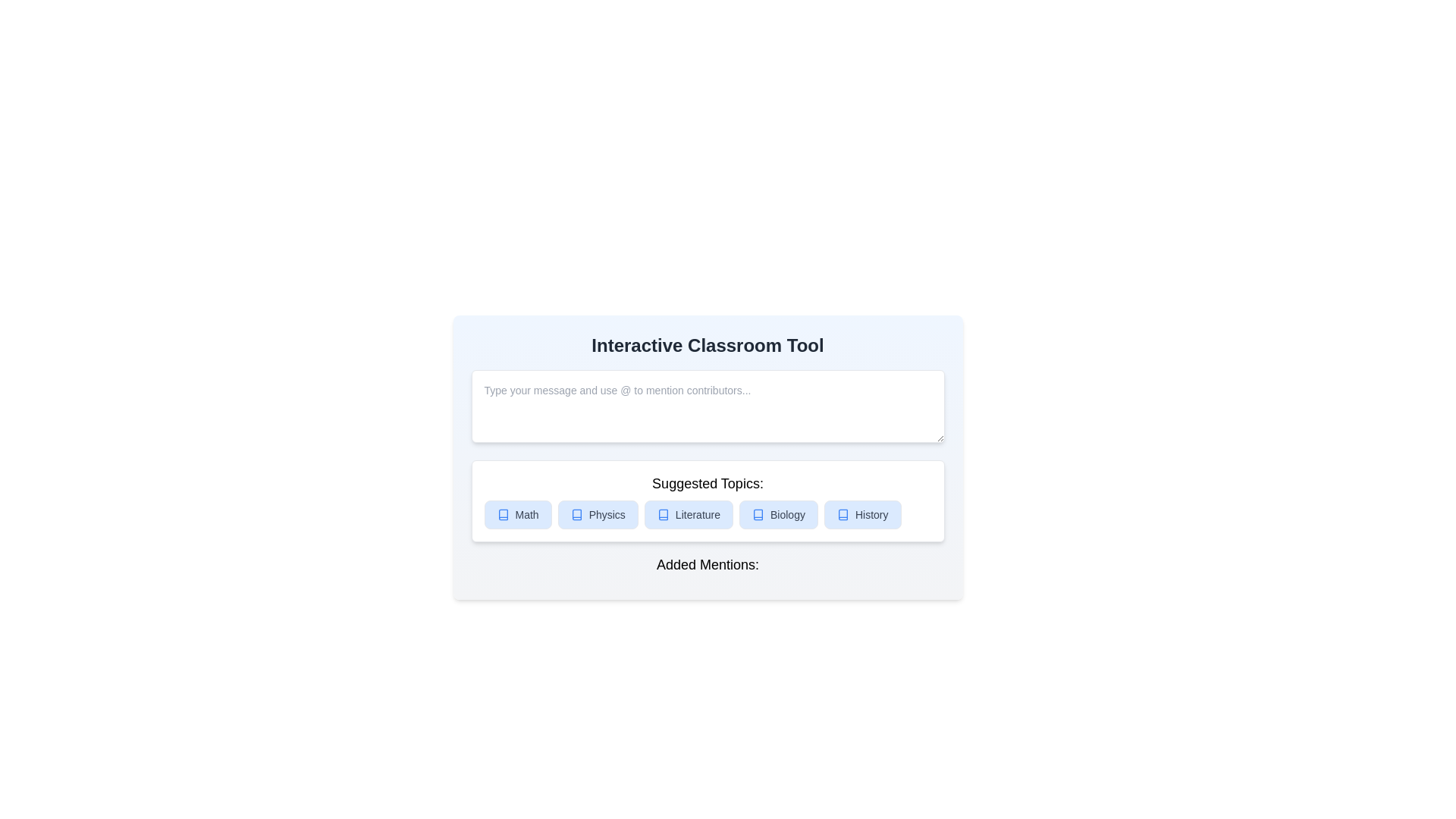 The width and height of the screenshot is (1456, 819). Describe the element at coordinates (663, 513) in the screenshot. I see `the 'Literature' topic icon, which is a rounded rectangle button located to the left of the 'Literature' text label in the middle section of the interface` at that location.